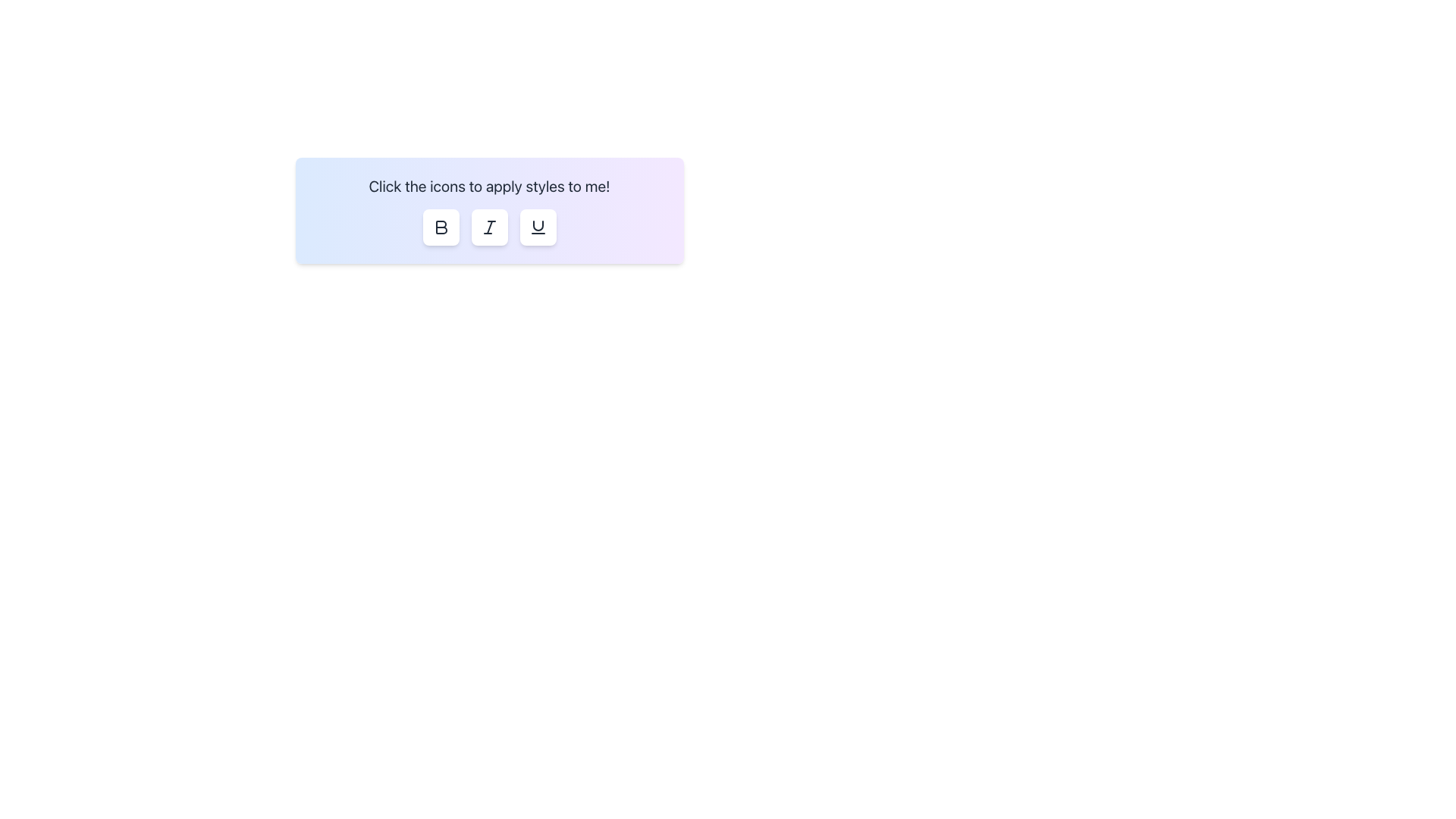  Describe the element at coordinates (489, 227) in the screenshot. I see `the middle rounded button with an italicized 'I' icon, which is surrounded by buttons 'B' and 'U'` at that location.